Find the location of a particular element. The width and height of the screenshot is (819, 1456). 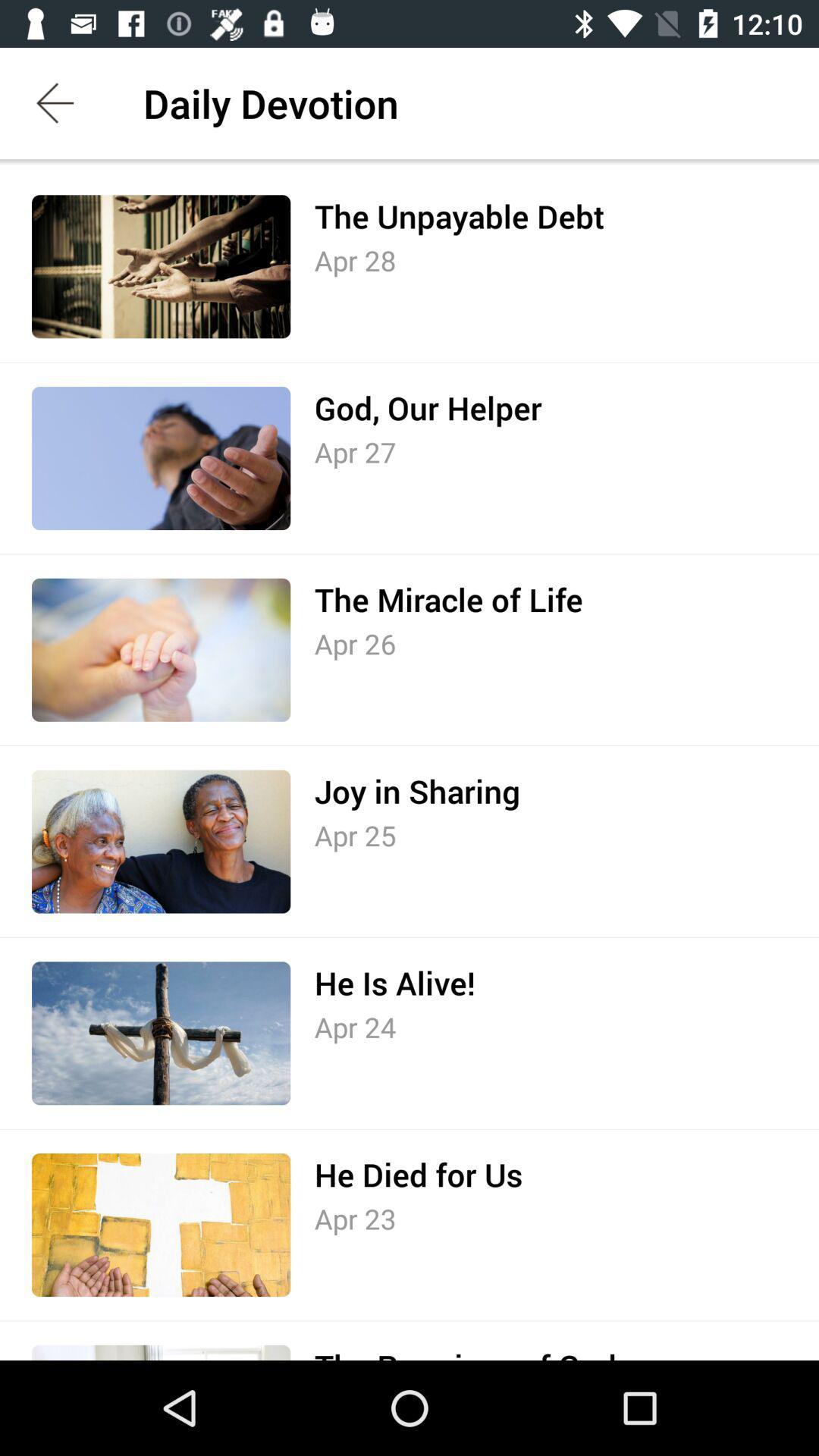

fourth image is located at coordinates (161, 841).